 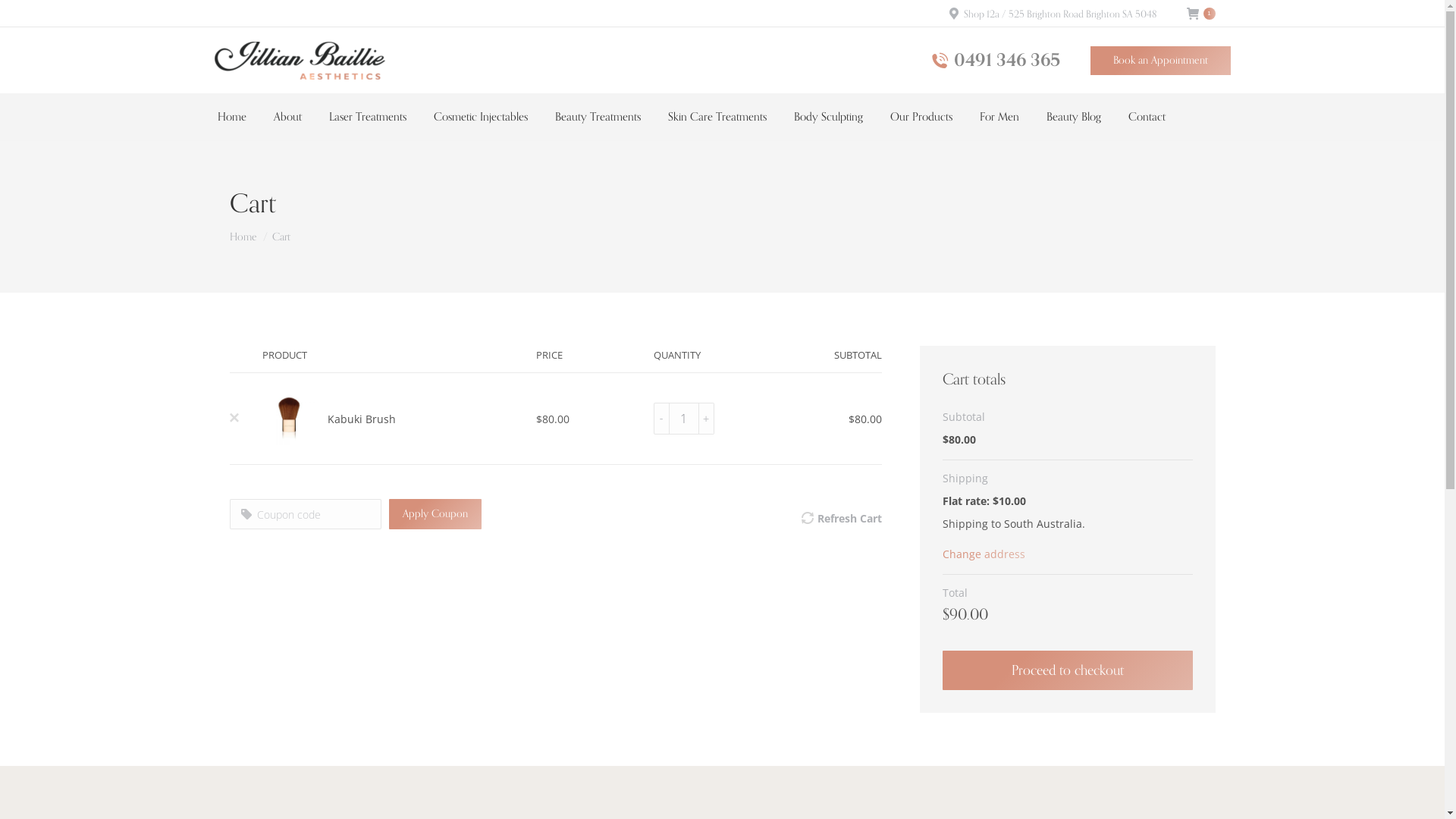 I want to click on 'Beauty Blog', so click(x=1073, y=116).